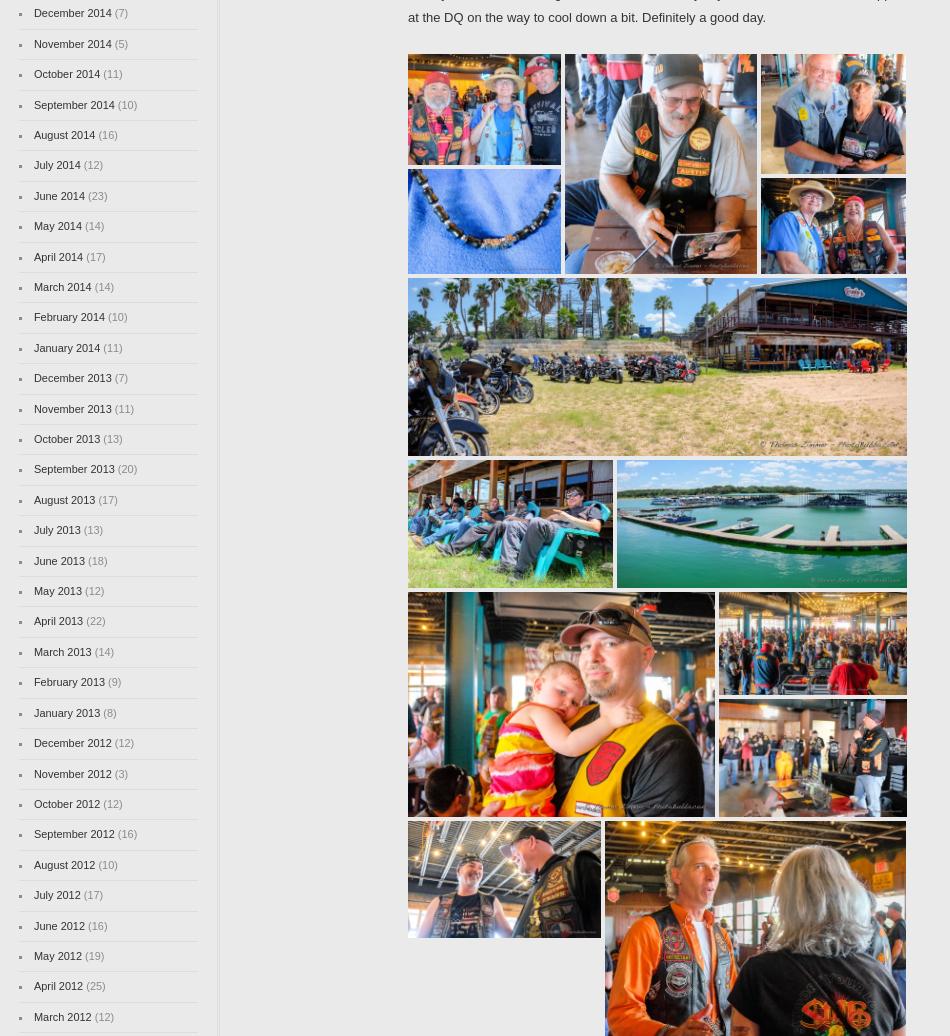 The width and height of the screenshot is (950, 1036). What do you see at coordinates (110, 42) in the screenshot?
I see `'(5)'` at bounding box center [110, 42].